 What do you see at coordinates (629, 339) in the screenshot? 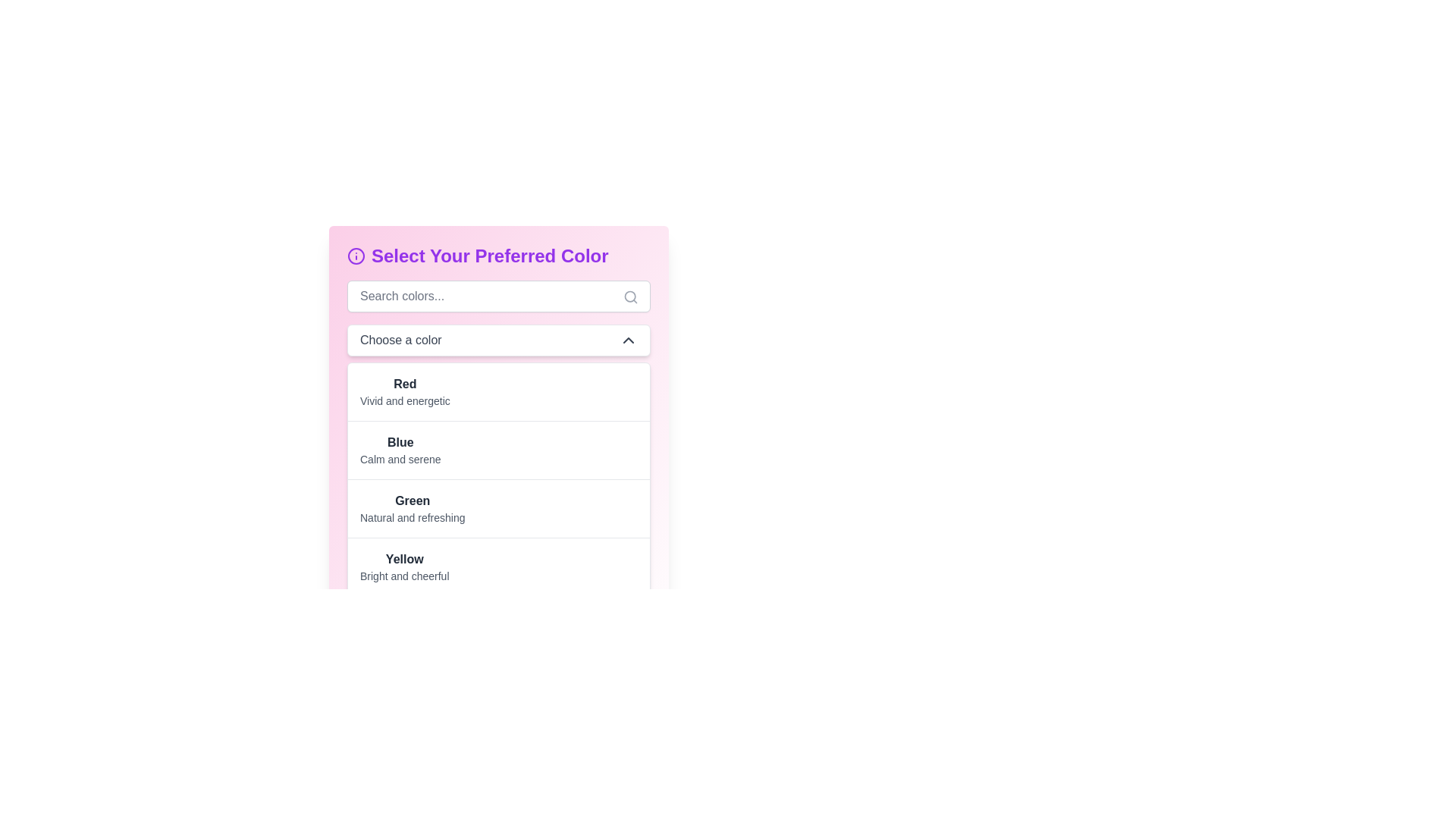
I see `the chevron icon located to the right of the text 'Choose a color'` at bounding box center [629, 339].